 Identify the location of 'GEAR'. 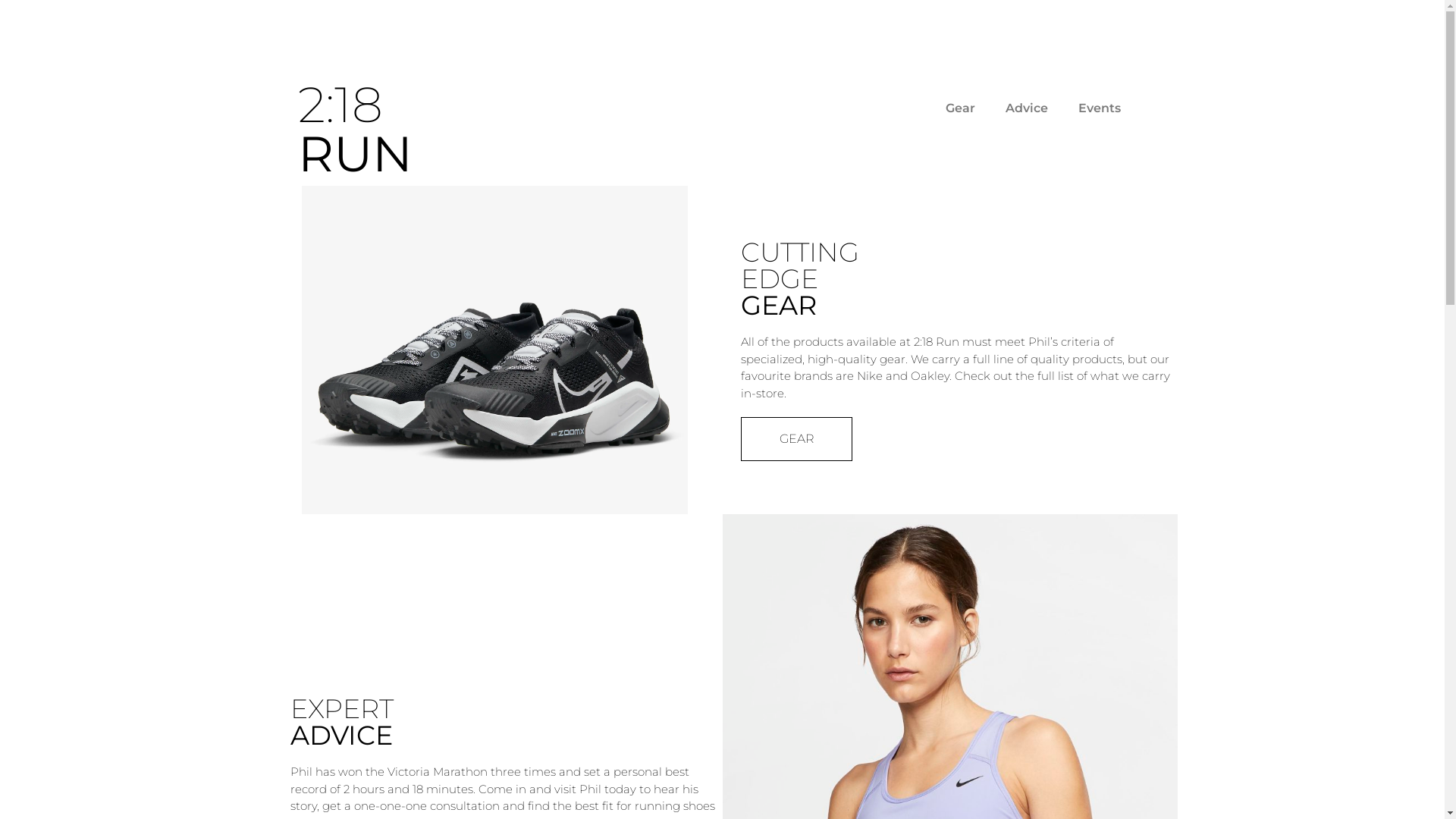
(795, 438).